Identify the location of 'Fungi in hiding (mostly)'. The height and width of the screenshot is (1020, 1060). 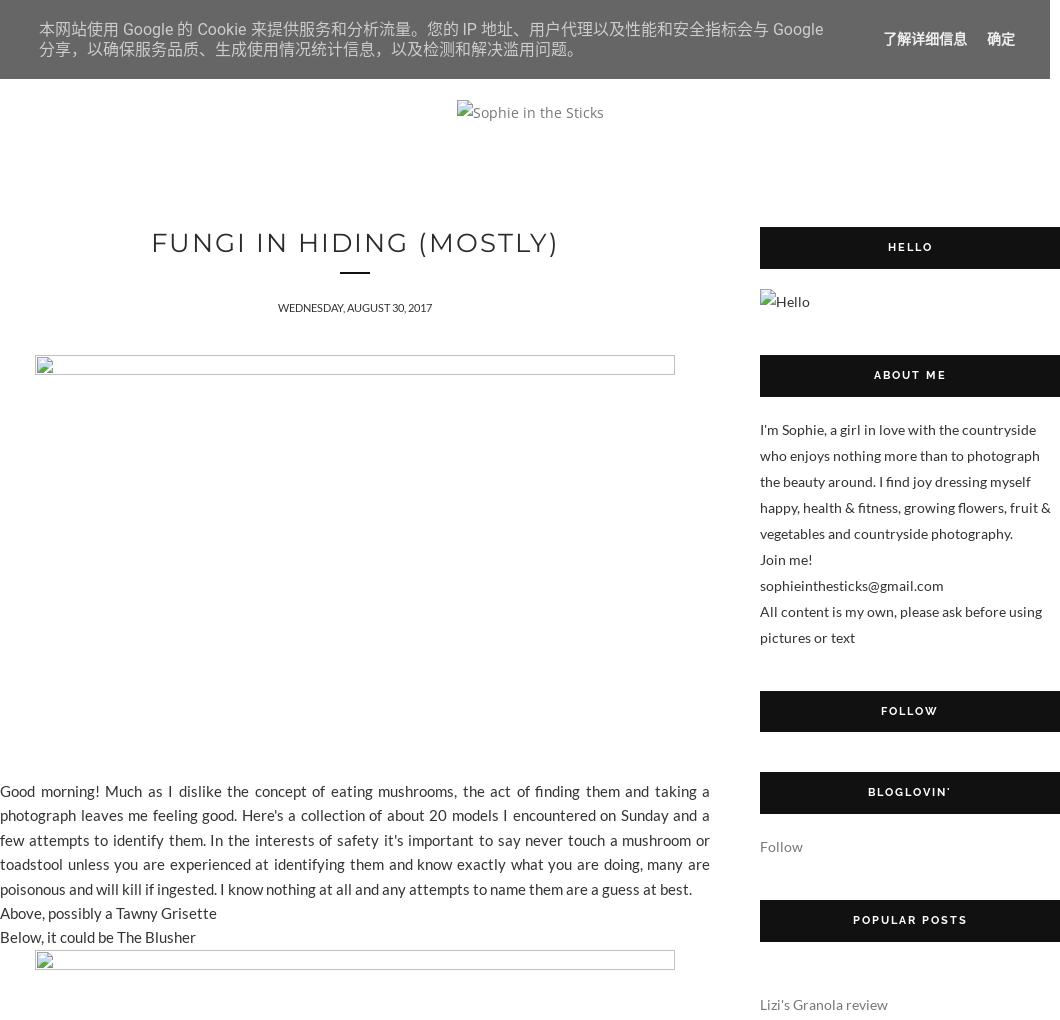
(148, 242).